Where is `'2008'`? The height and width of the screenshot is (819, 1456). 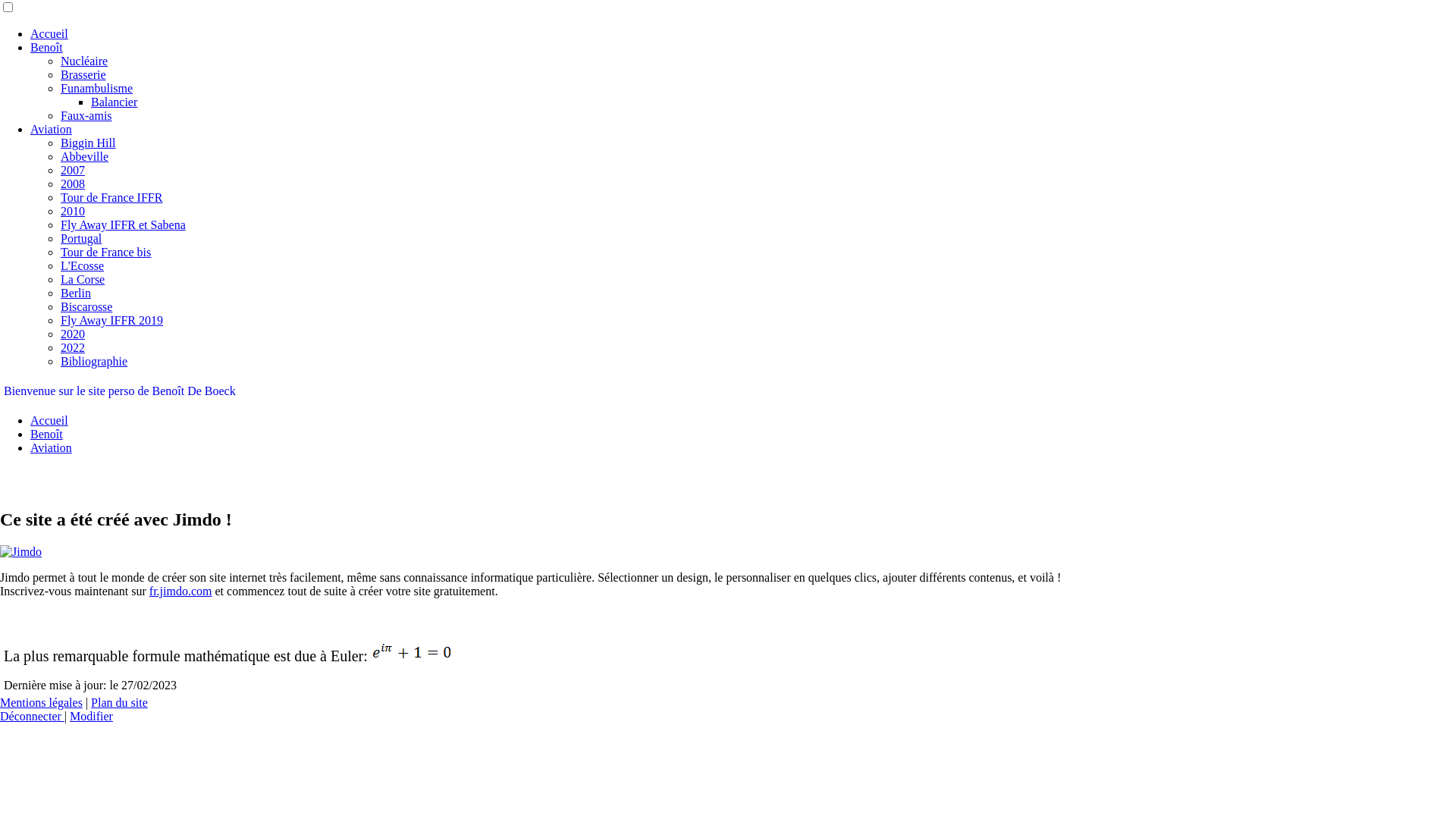
'2008' is located at coordinates (72, 183).